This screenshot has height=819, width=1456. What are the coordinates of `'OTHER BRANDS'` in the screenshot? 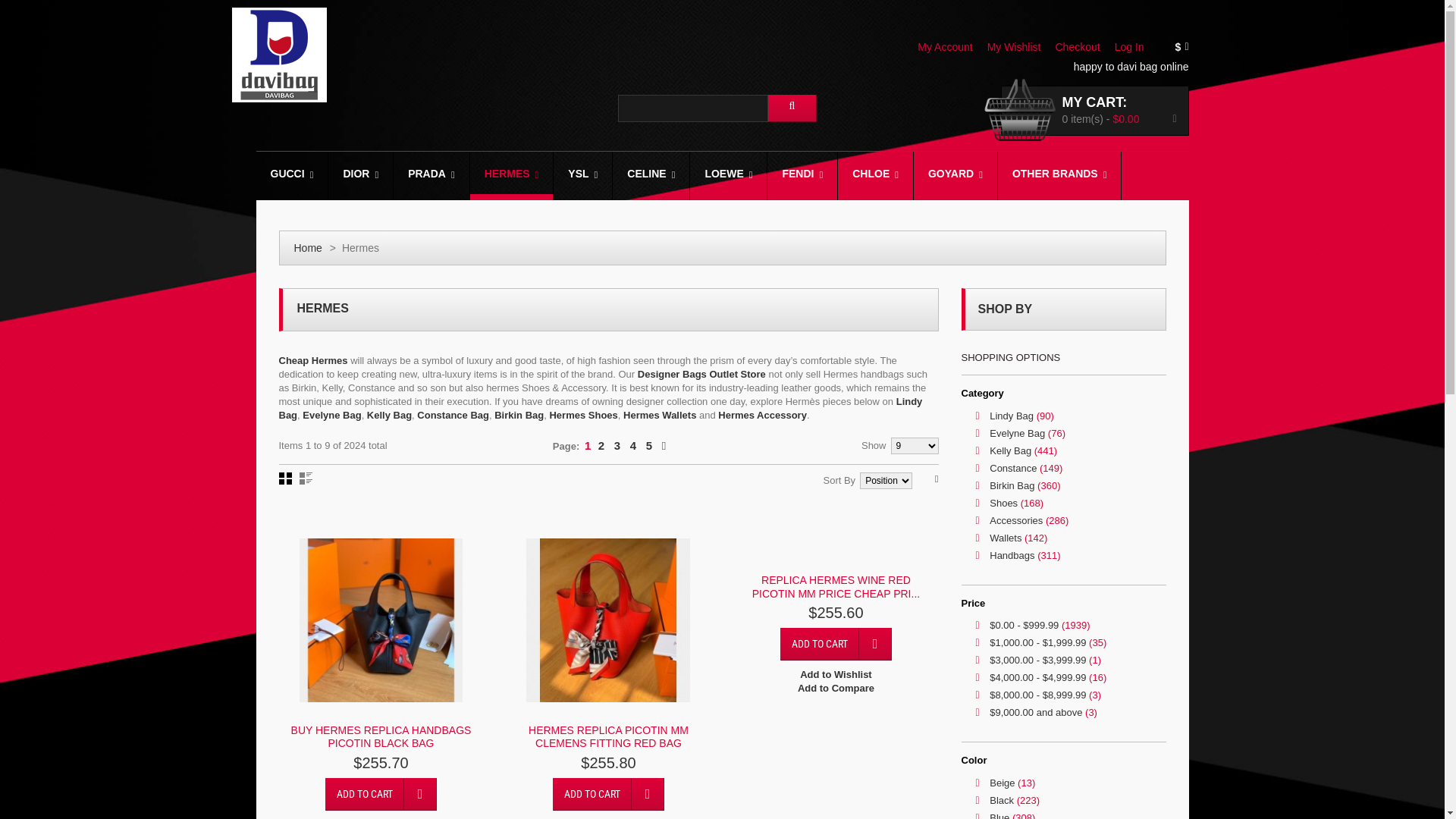 It's located at (1059, 174).